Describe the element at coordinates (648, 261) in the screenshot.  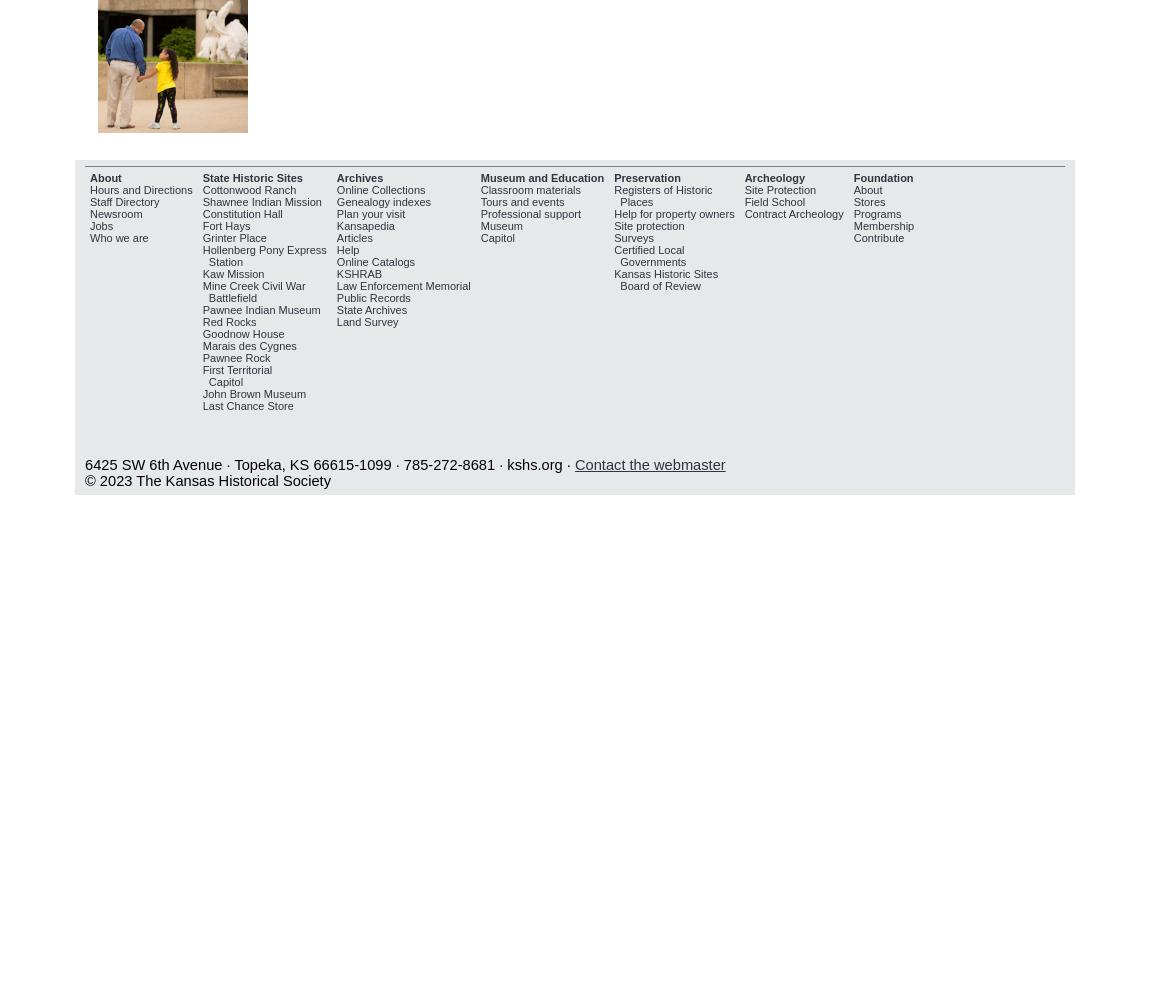
I see `'Governments'` at that location.